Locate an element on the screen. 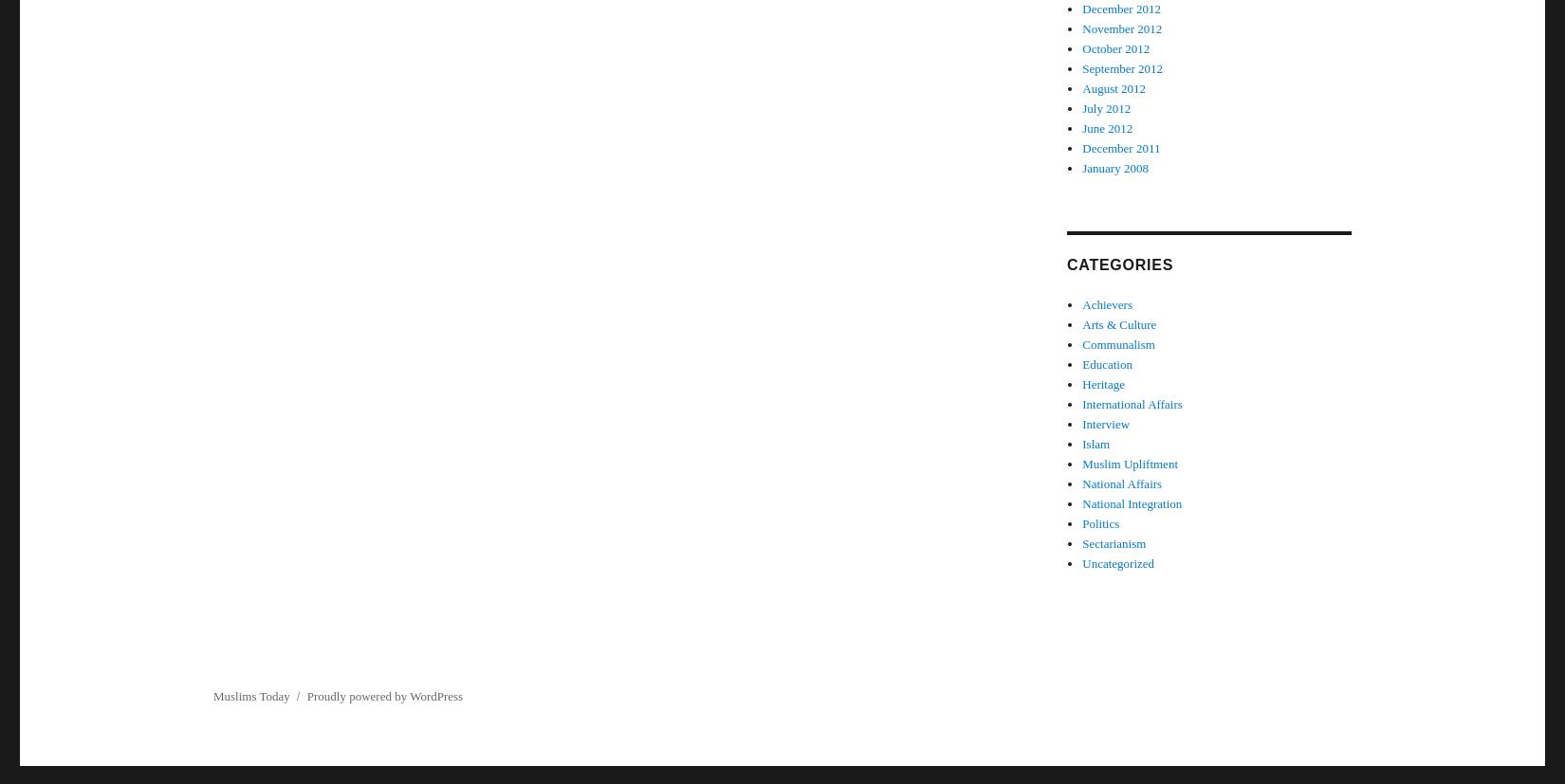 Image resolution: width=1565 pixels, height=784 pixels. 'Muslims Today' is located at coordinates (250, 695).